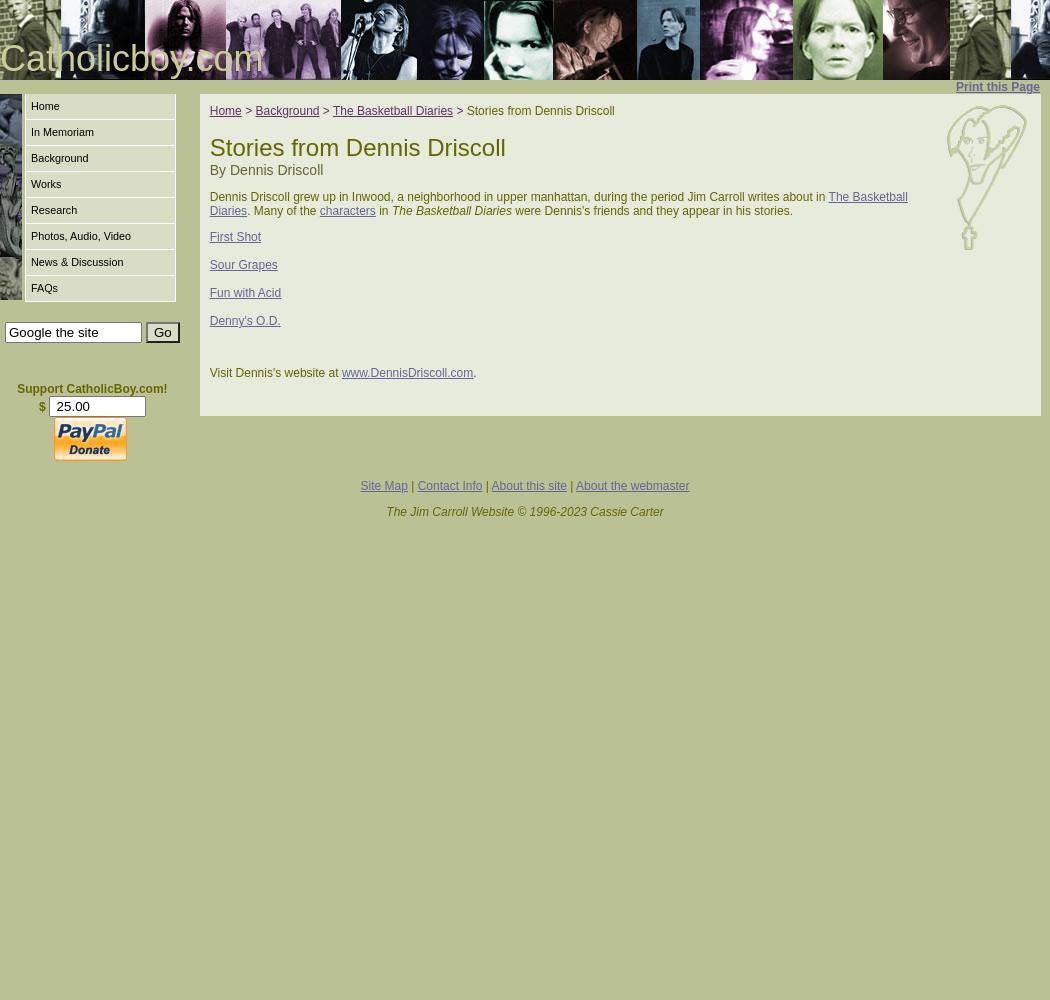 The image size is (1050, 1000). What do you see at coordinates (244, 320) in the screenshot?
I see `'Denny's O.D.'` at bounding box center [244, 320].